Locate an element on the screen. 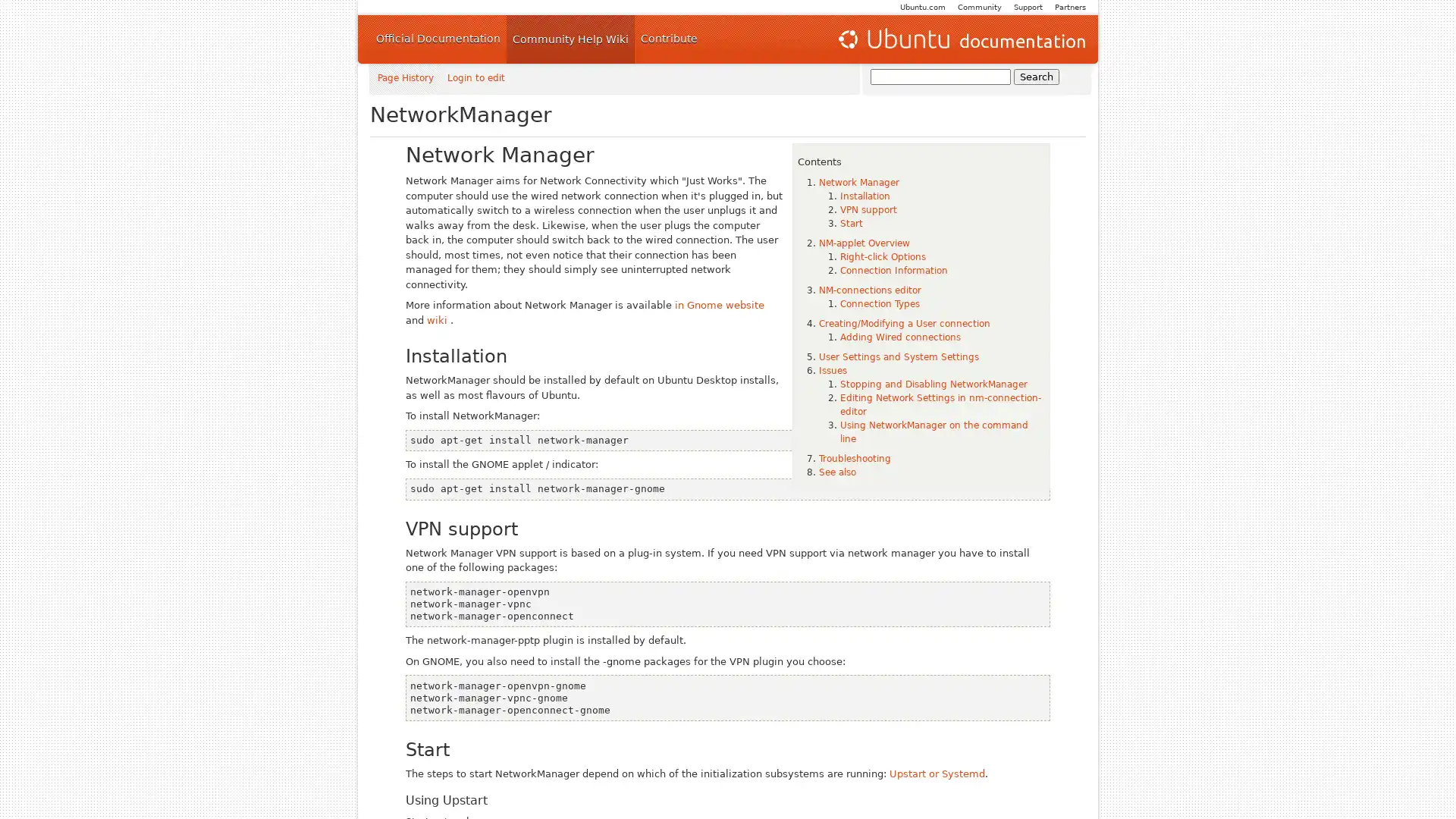  Search is located at coordinates (1036, 77).